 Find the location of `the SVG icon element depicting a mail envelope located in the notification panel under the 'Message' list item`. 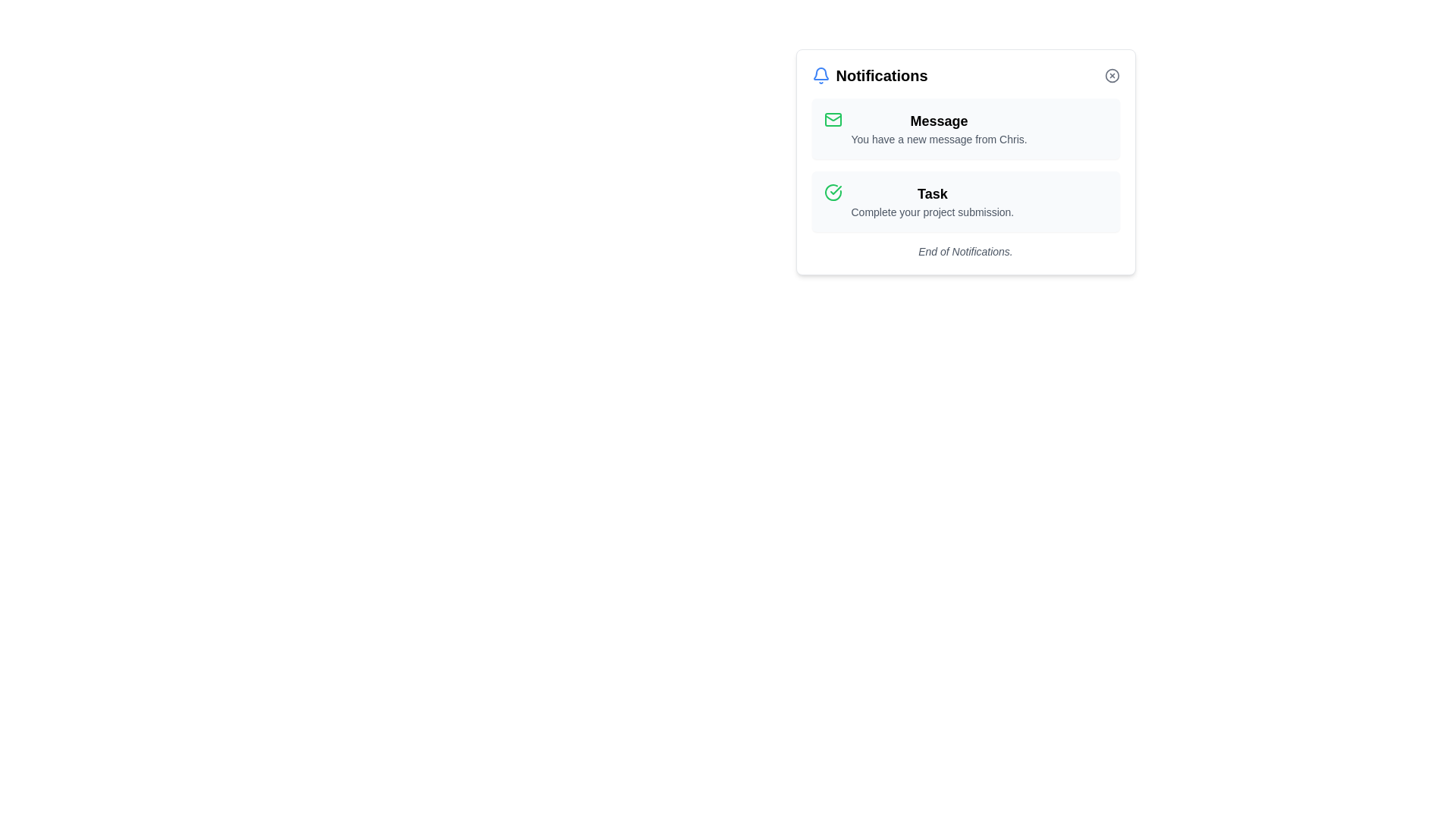

the SVG icon element depicting a mail envelope located in the notification panel under the 'Message' list item is located at coordinates (832, 119).